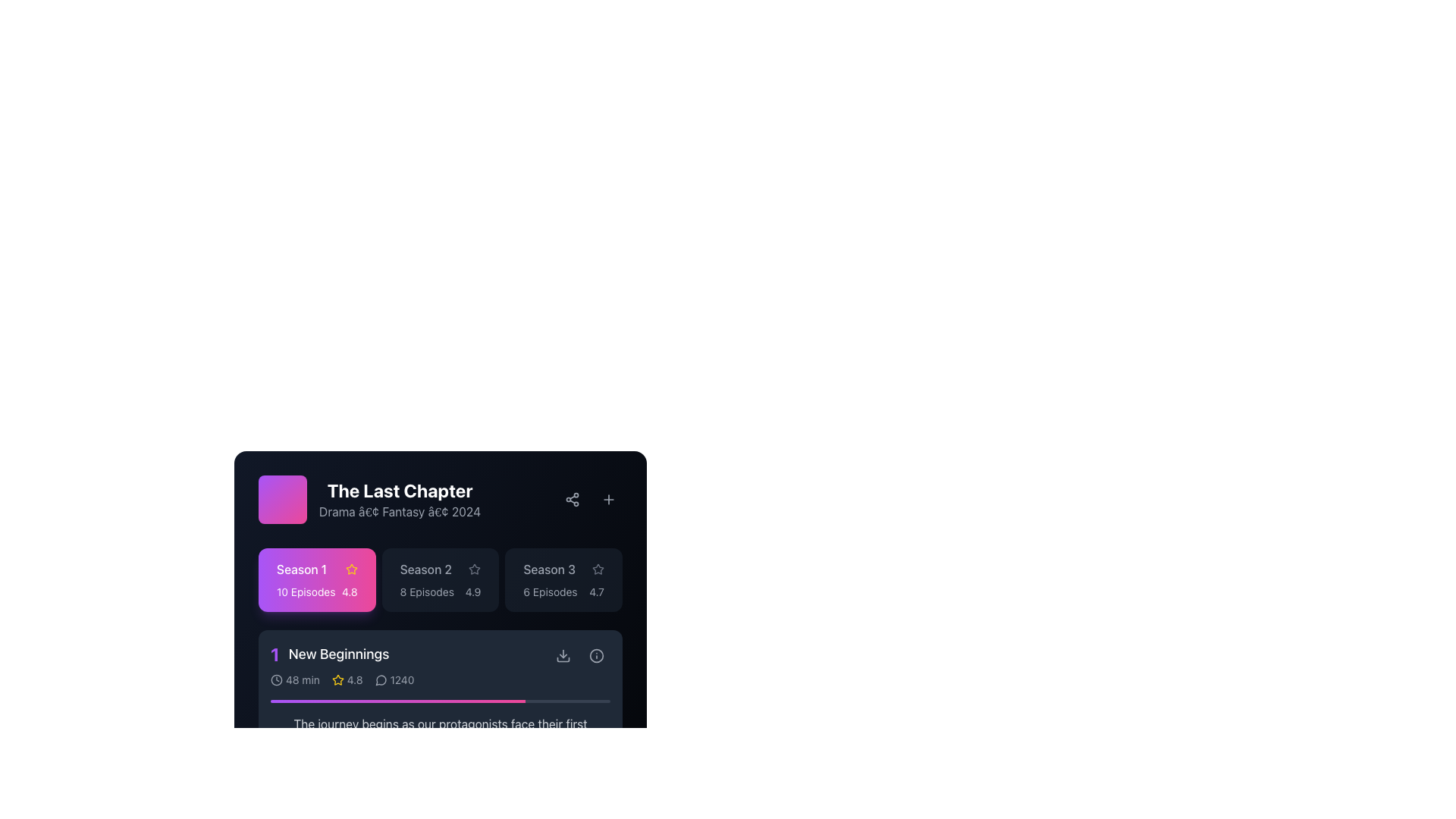 The width and height of the screenshot is (1456, 819). I want to click on the Text Label indicating 'Season 1', which is located to the left of the star icon and above the episode details '10 Episodes 4.8', so click(316, 570).